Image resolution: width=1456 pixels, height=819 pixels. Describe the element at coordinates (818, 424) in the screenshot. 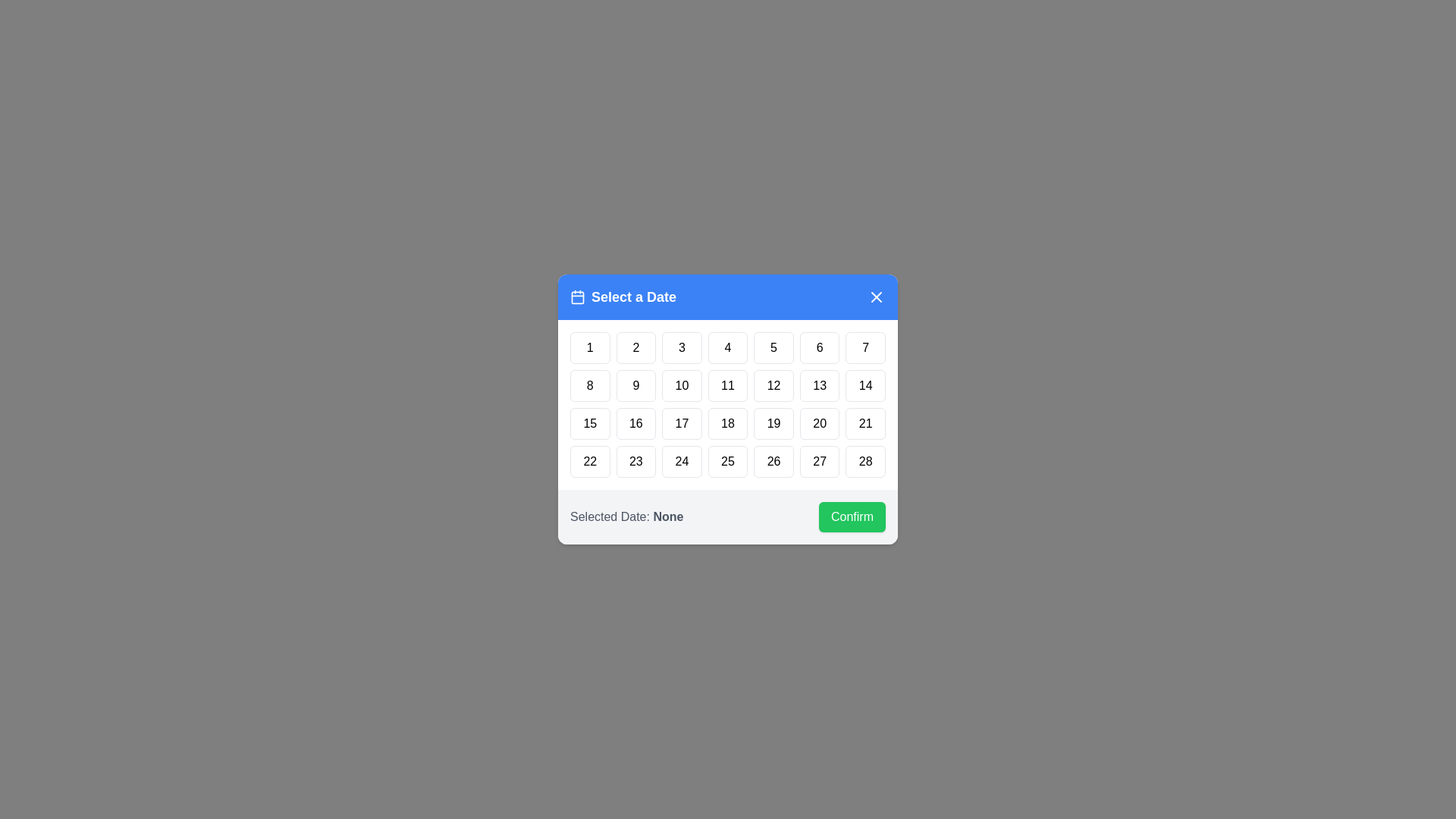

I see `the button representing the day 20 to select that date` at that location.